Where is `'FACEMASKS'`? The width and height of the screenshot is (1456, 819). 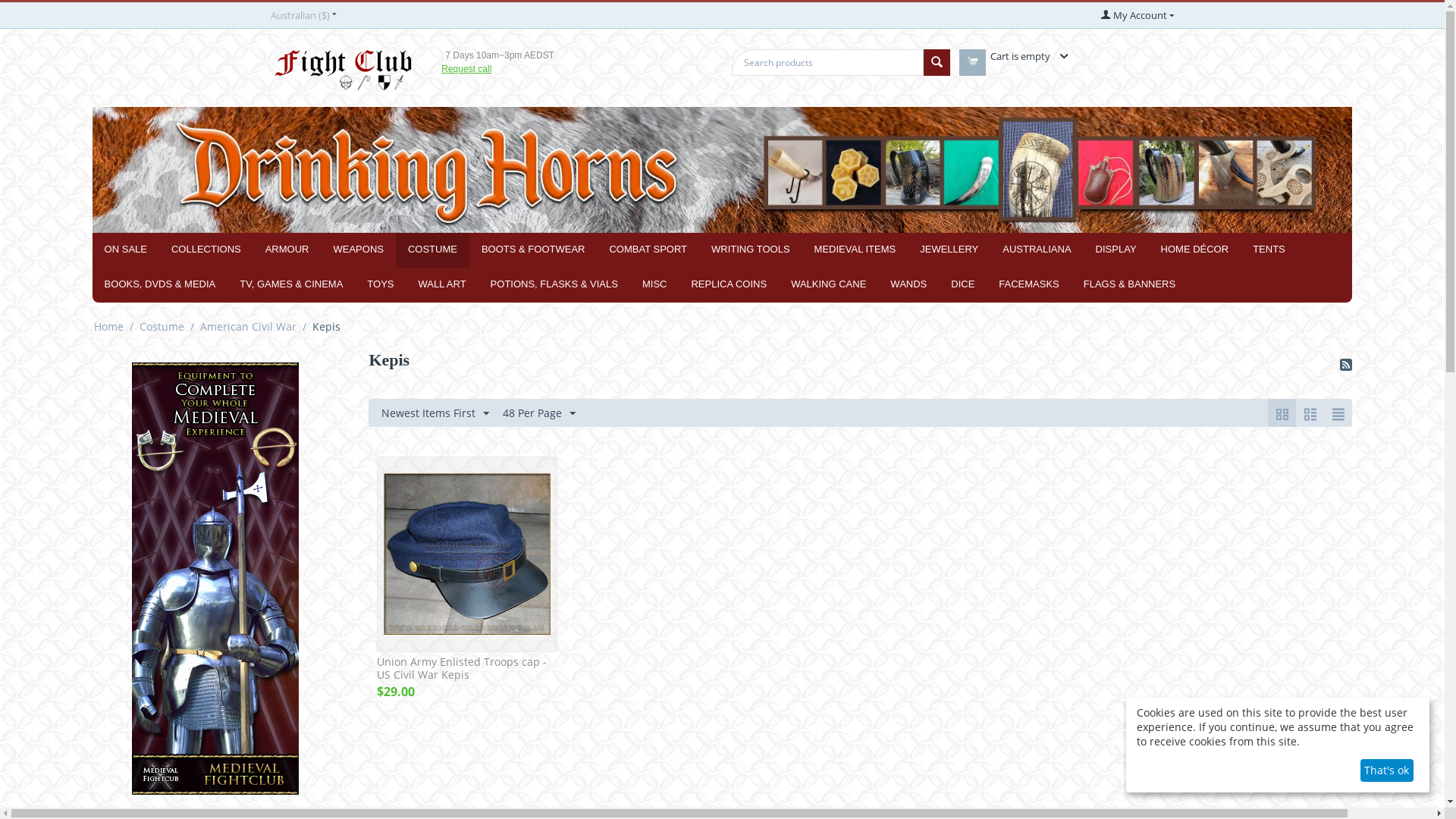 'FACEMASKS' is located at coordinates (1028, 284).